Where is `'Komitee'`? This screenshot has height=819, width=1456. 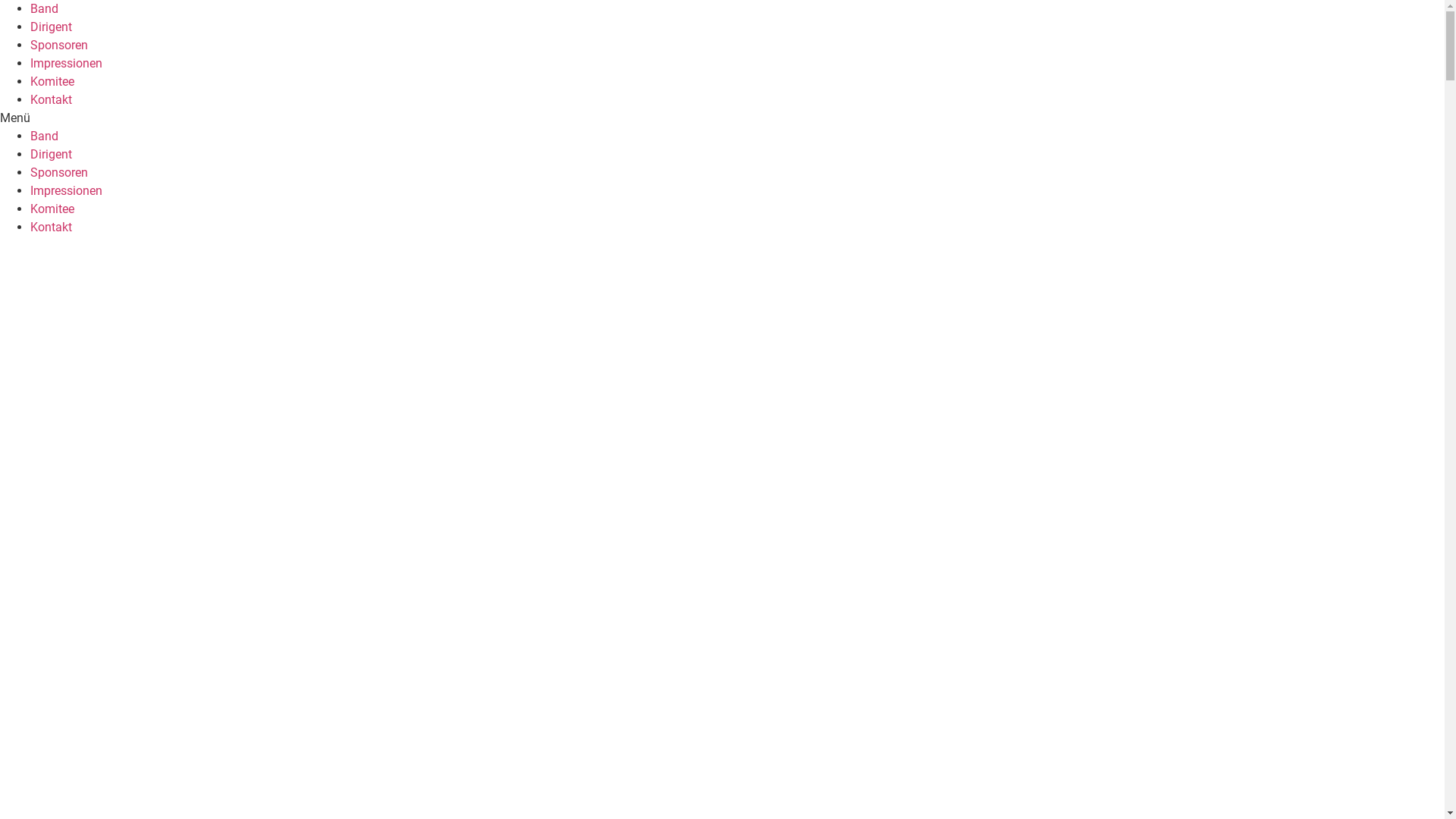
'Komitee' is located at coordinates (30, 81).